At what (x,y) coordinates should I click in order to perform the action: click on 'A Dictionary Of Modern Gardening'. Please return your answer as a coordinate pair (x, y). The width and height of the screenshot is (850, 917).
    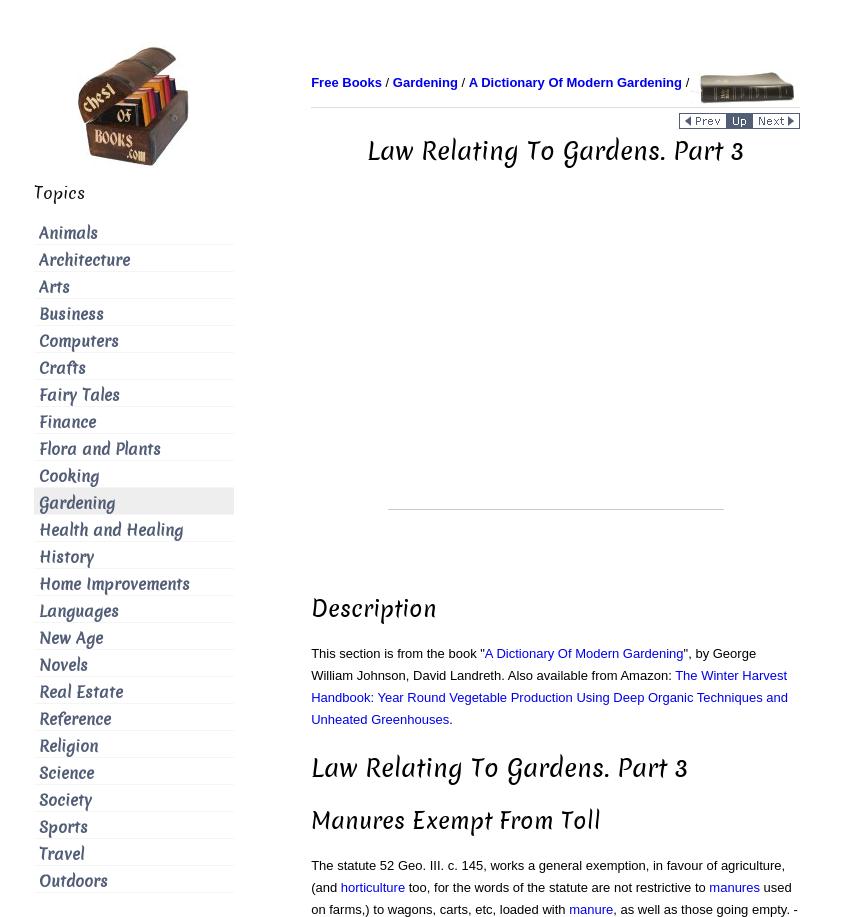
    Looking at the image, I should click on (583, 652).